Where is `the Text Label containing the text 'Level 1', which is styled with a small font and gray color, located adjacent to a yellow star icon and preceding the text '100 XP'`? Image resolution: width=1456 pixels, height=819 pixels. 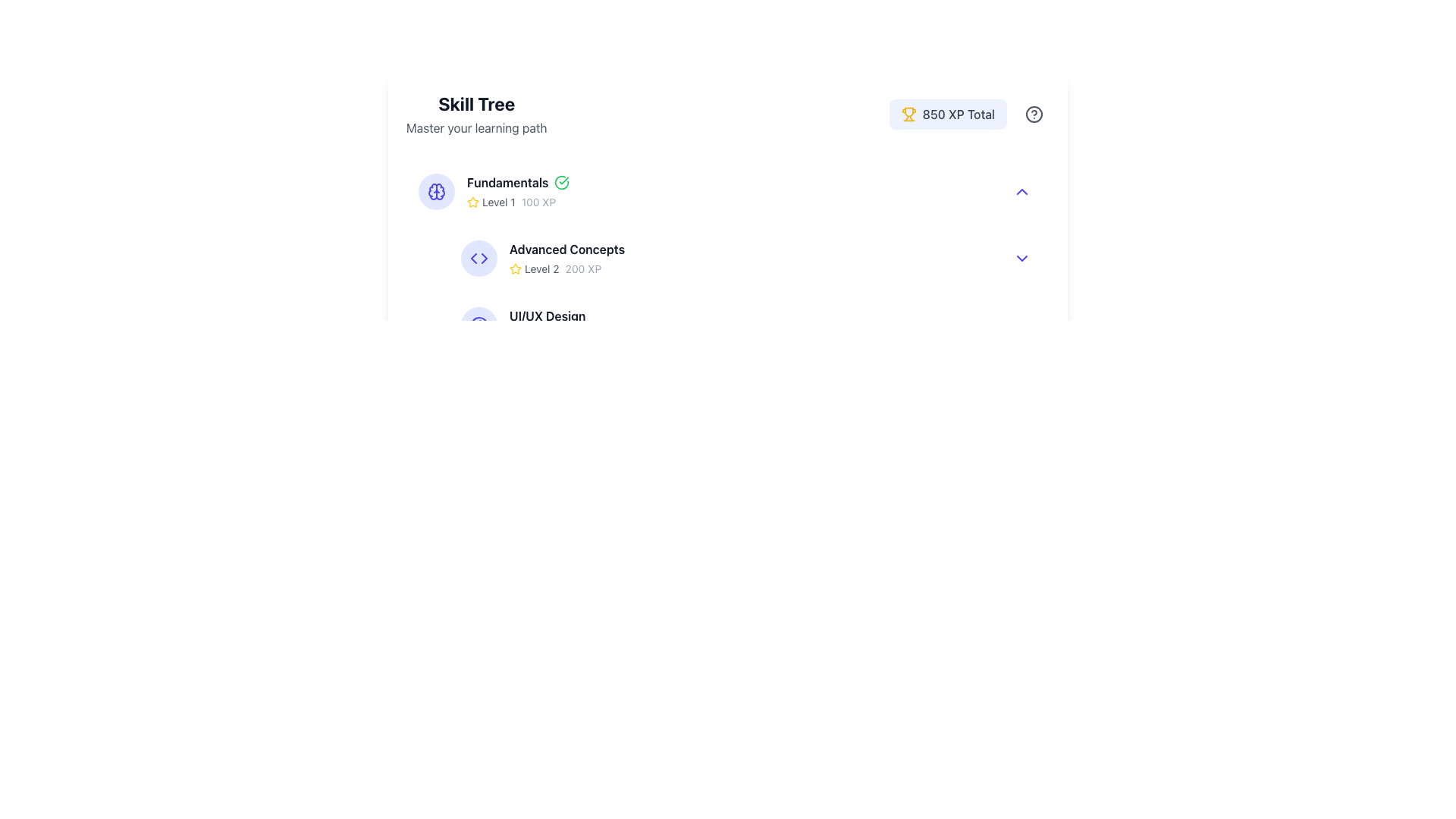
the Text Label containing the text 'Level 1', which is styled with a small font and gray color, located adjacent to a yellow star icon and preceding the text '100 XP' is located at coordinates (498, 201).